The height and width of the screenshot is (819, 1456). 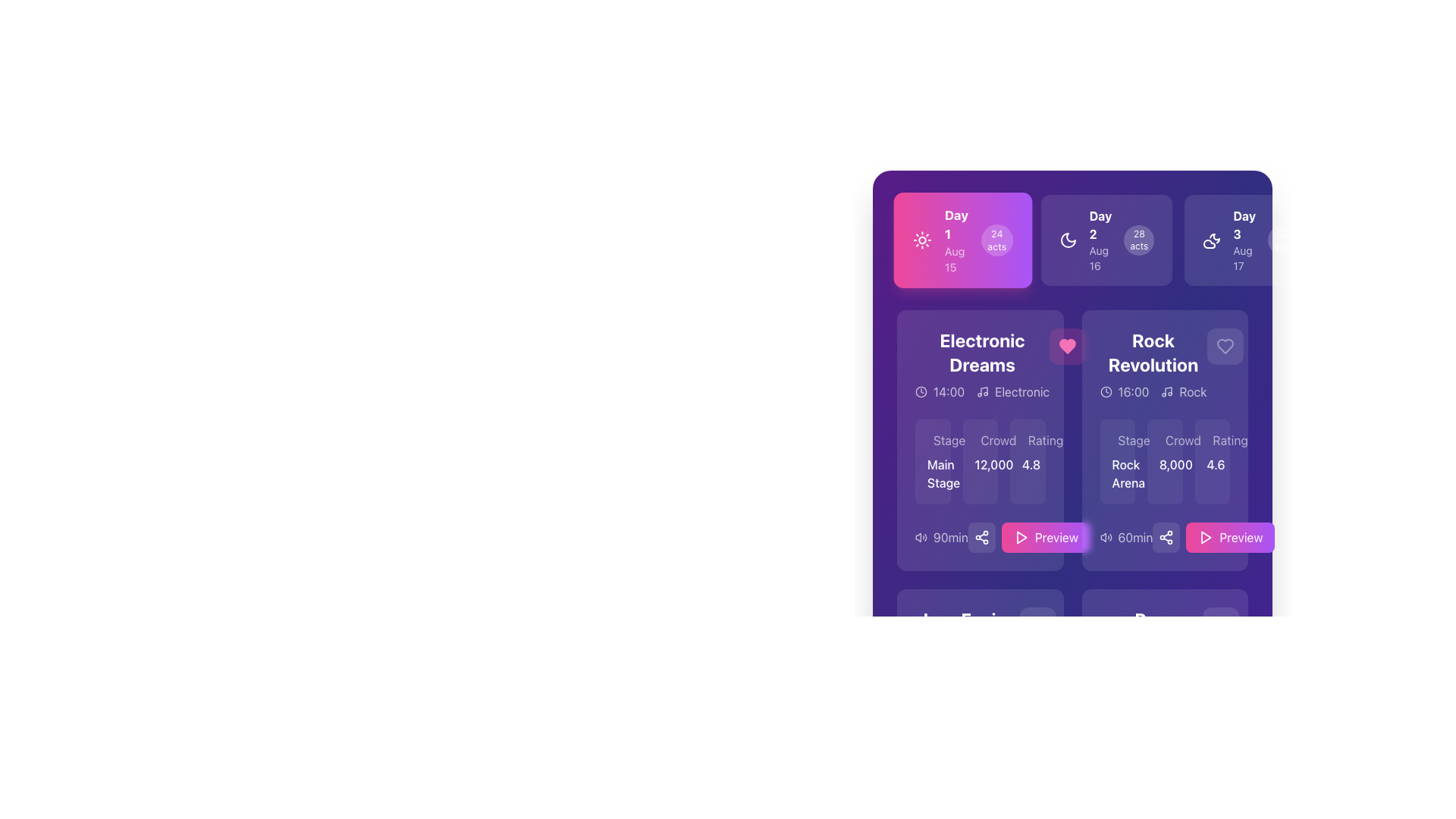 What do you see at coordinates (1100, 239) in the screenshot?
I see `the date descriptor element that represents 'Day 2' and 'Aug 16' located in the center card of the multi-card layout` at bounding box center [1100, 239].